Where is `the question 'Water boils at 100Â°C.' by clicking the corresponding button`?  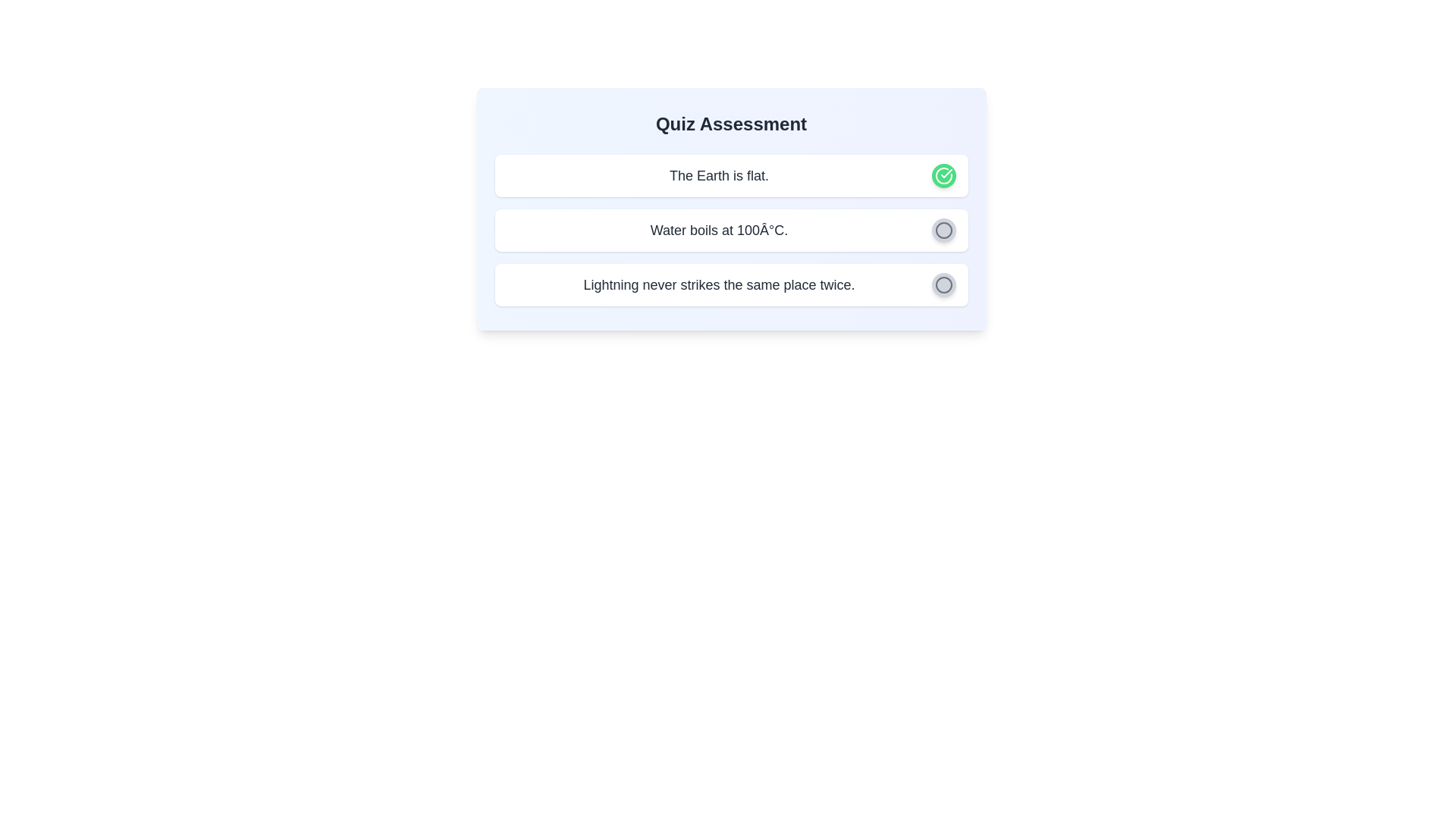 the question 'Water boils at 100Â°C.' by clicking the corresponding button is located at coordinates (943, 231).